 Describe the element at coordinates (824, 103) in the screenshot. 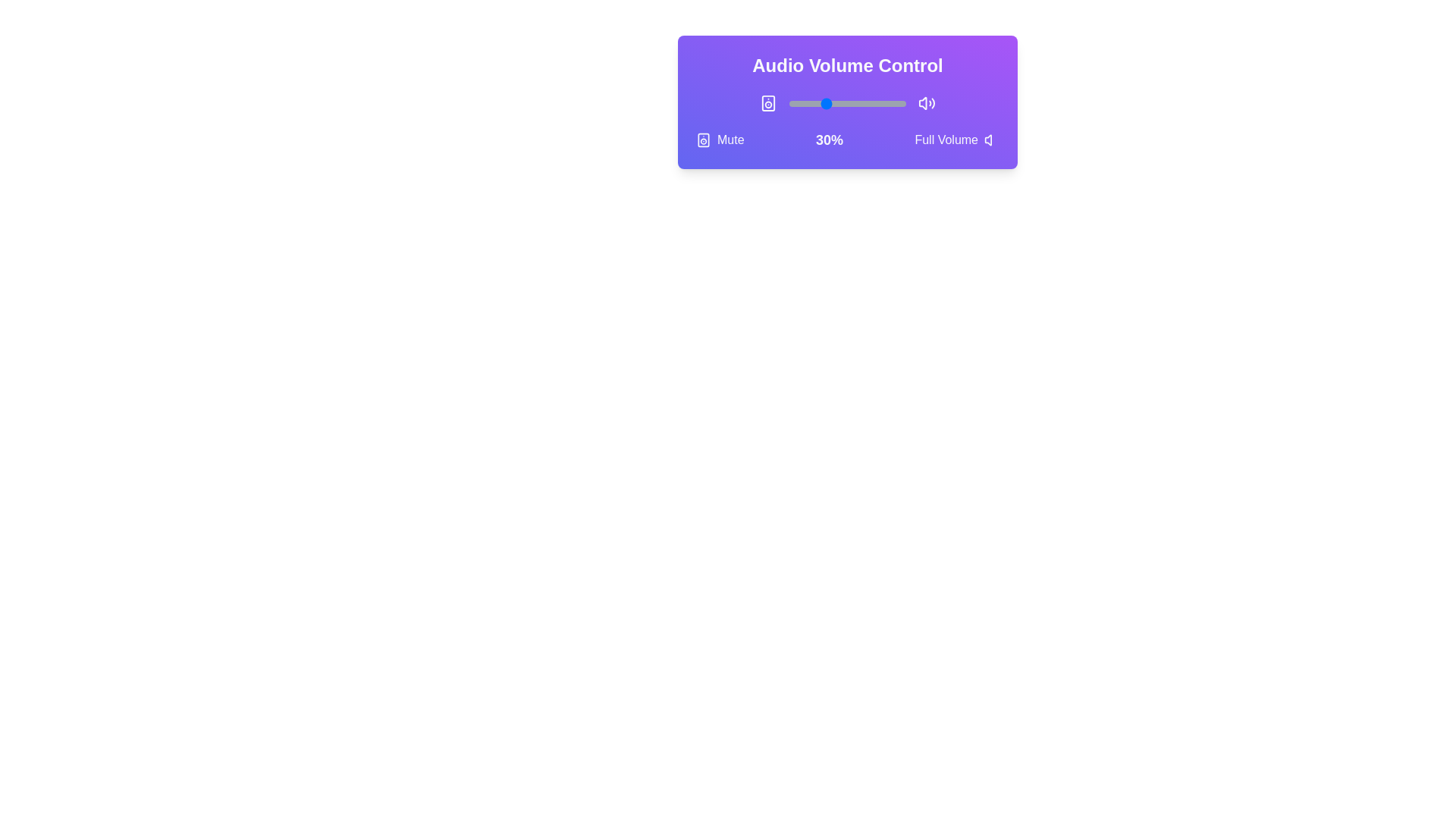

I see `the volume to 31% by adjusting the slider` at that location.